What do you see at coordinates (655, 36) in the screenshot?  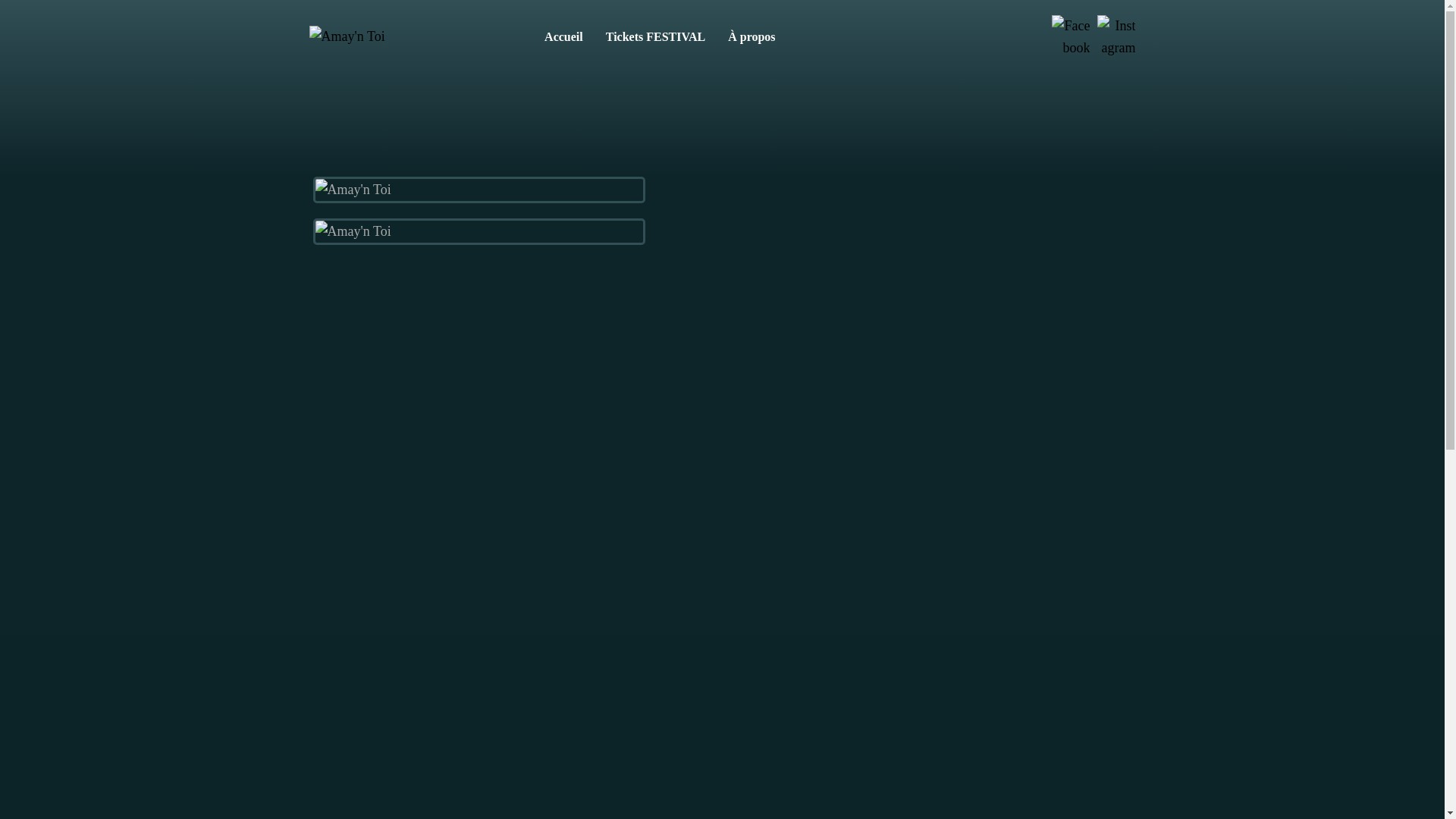 I see `'Tickets FESTIVAL'` at bounding box center [655, 36].